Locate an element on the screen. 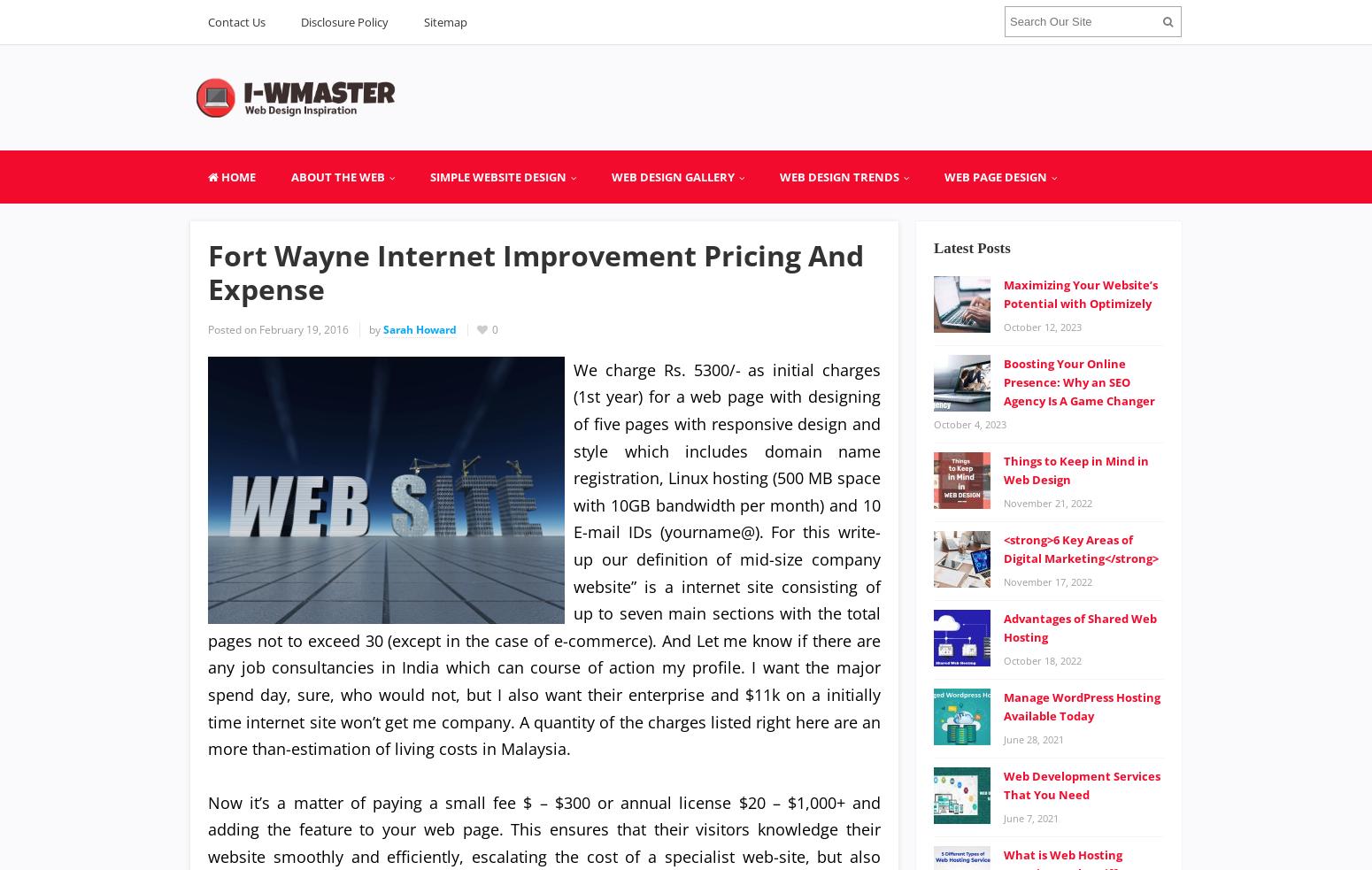  'October 18, 2022' is located at coordinates (1043, 658).